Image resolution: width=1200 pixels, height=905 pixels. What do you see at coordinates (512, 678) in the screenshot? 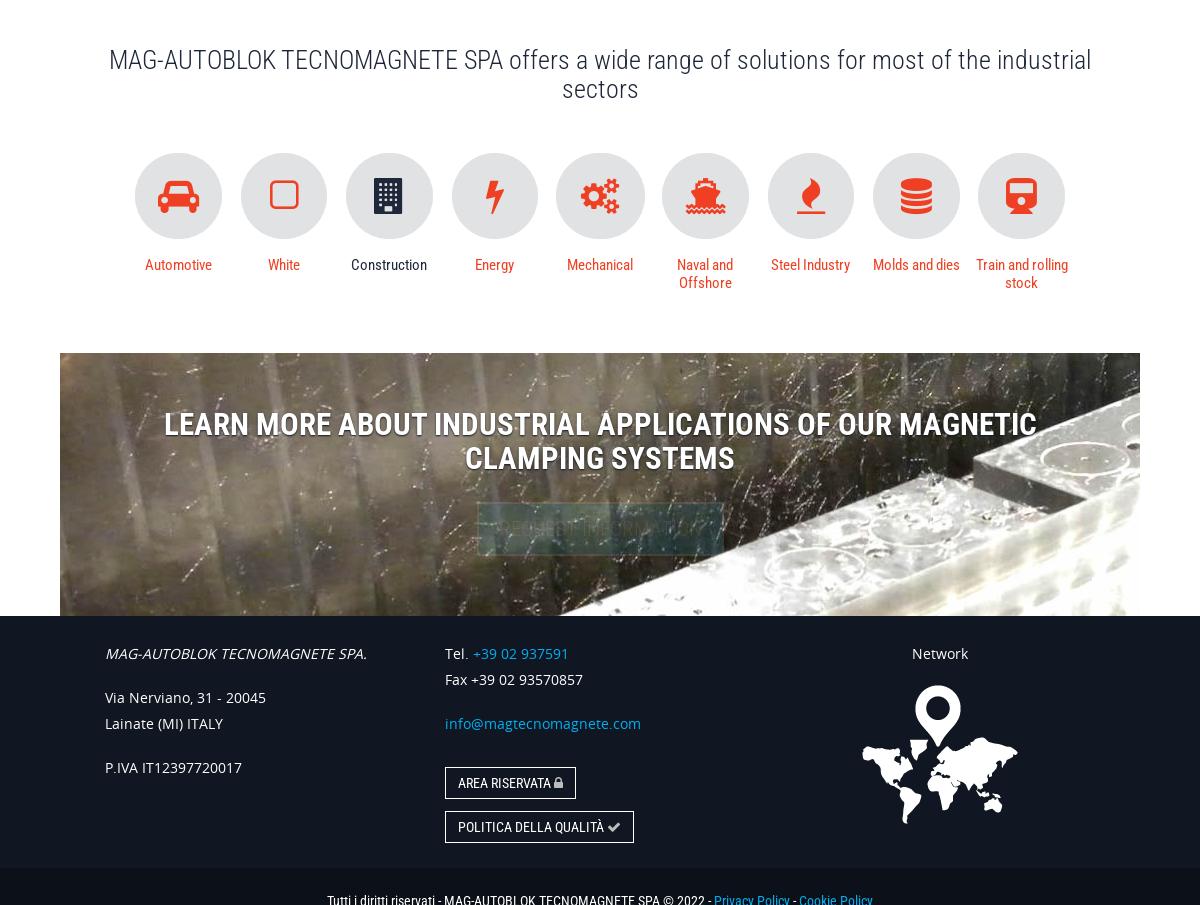
I see `'Fax +39 02 93570857'` at bounding box center [512, 678].